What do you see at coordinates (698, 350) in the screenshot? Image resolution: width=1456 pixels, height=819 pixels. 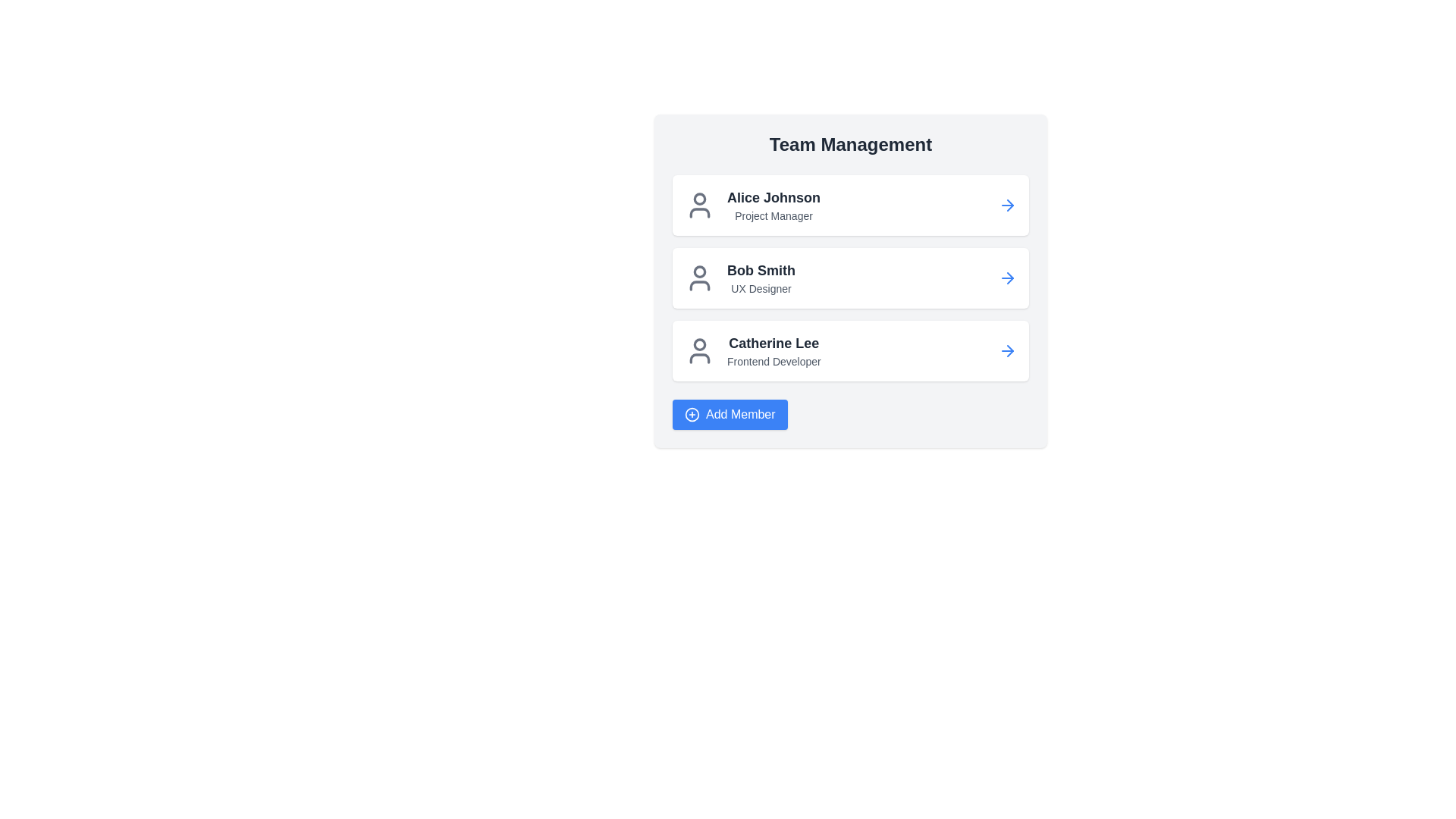 I see `the user profile SVG icon located in the third row under the 'Team Management' panel, to the left of the name 'Catherine Lee'` at bounding box center [698, 350].